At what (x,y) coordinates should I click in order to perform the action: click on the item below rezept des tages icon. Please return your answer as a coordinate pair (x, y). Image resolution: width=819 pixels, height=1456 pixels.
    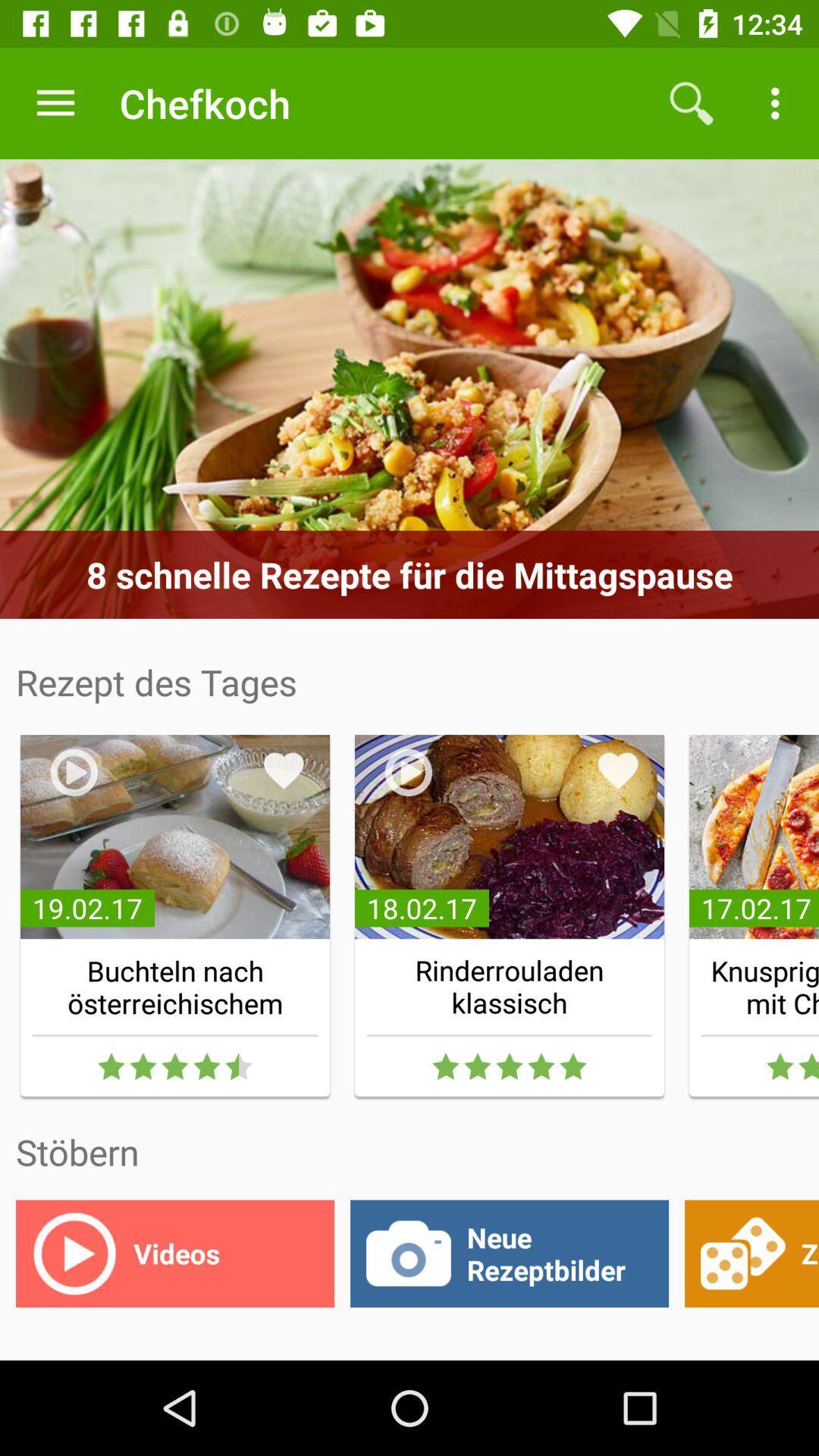
    Looking at the image, I should click on (284, 770).